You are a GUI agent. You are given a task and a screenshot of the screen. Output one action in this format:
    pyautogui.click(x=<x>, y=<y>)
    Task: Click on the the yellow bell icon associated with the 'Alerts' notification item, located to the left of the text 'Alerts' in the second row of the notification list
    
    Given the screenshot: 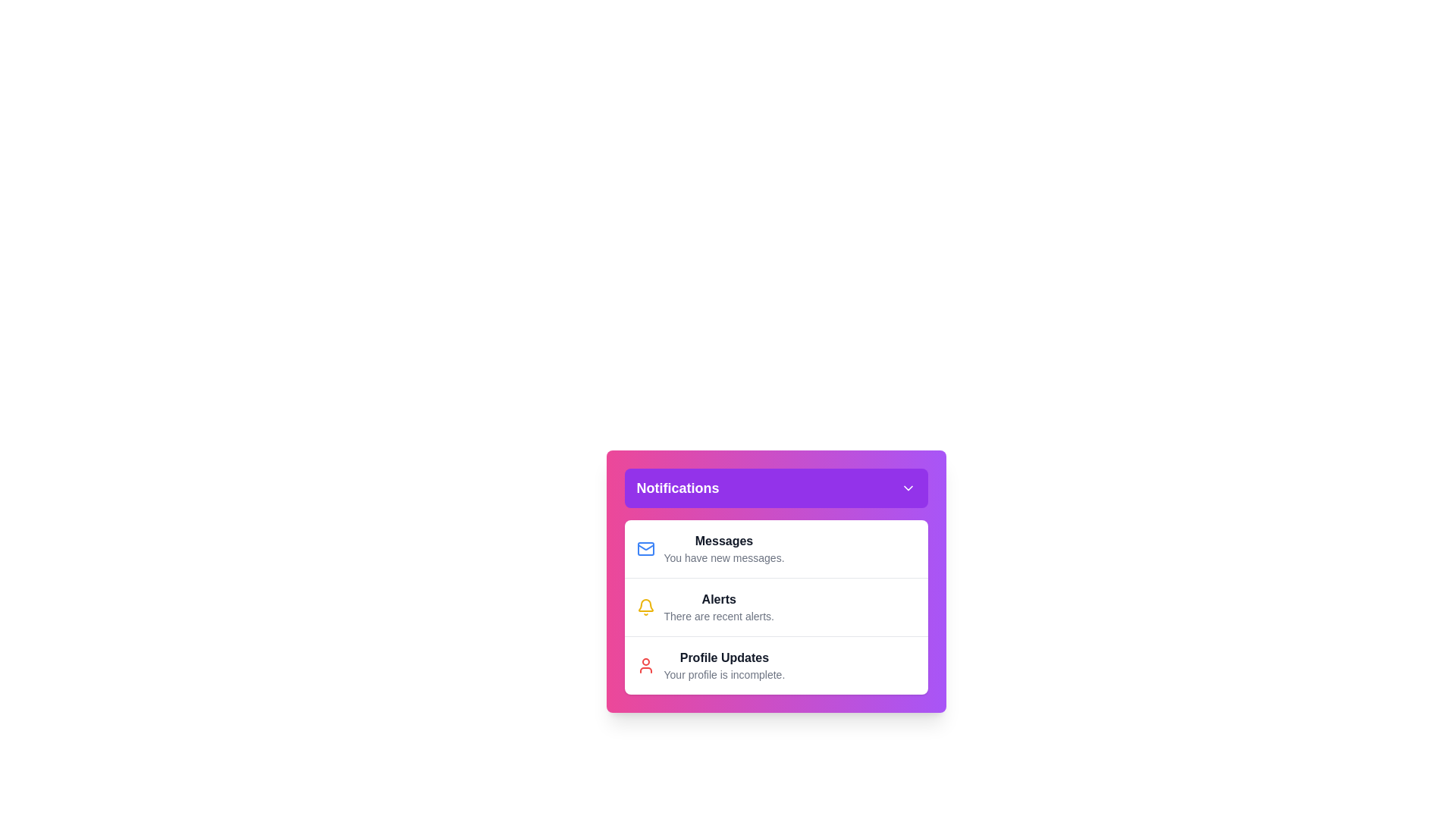 What is the action you would take?
    pyautogui.click(x=645, y=607)
    